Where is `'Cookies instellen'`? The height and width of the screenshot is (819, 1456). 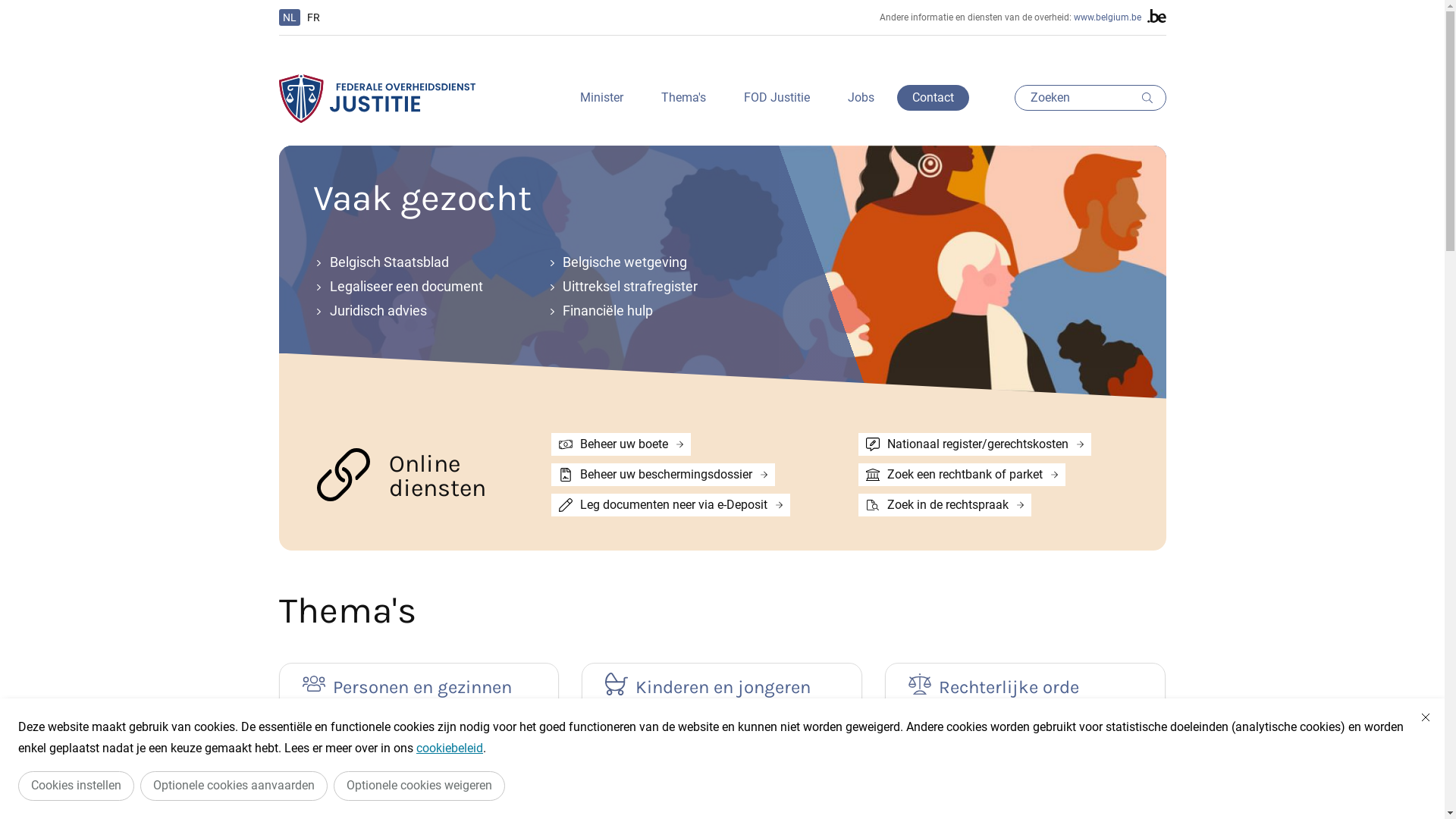 'Cookies instellen' is located at coordinates (75, 785).